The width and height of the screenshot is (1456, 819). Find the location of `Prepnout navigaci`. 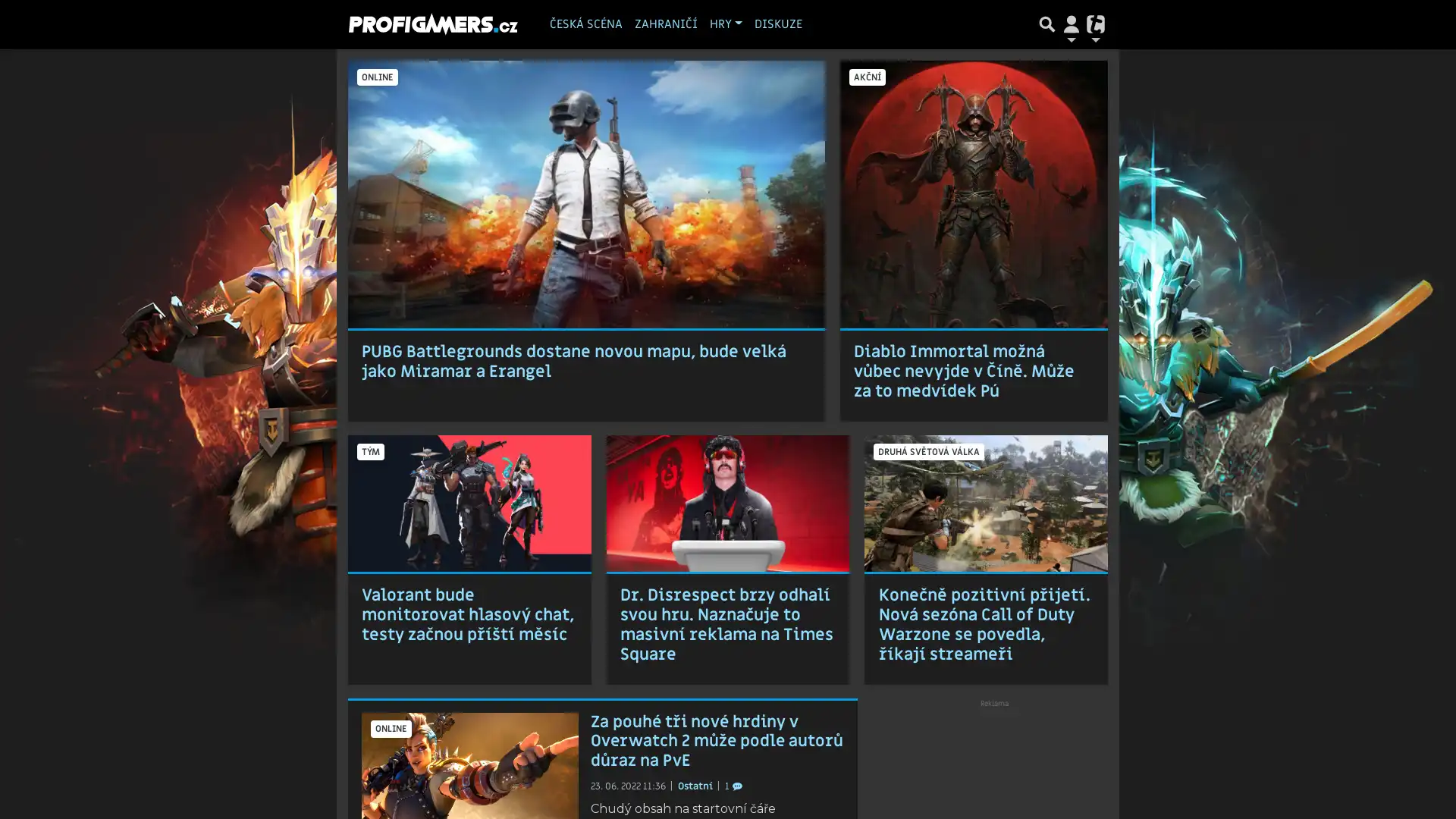

Prepnout navigaci is located at coordinates (1095, 24).